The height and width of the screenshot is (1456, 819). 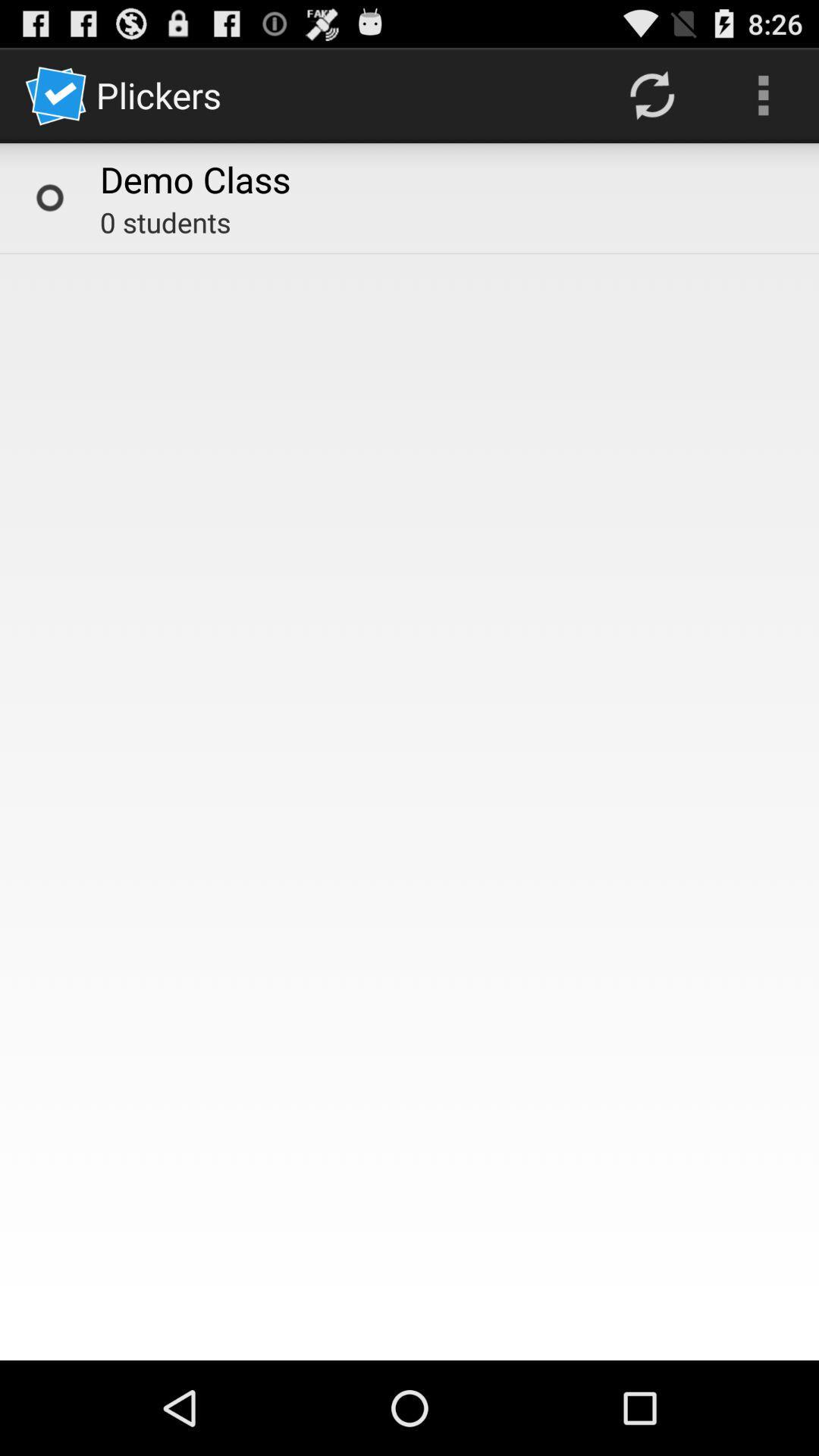 What do you see at coordinates (49, 196) in the screenshot?
I see `app to the left of demo class icon` at bounding box center [49, 196].